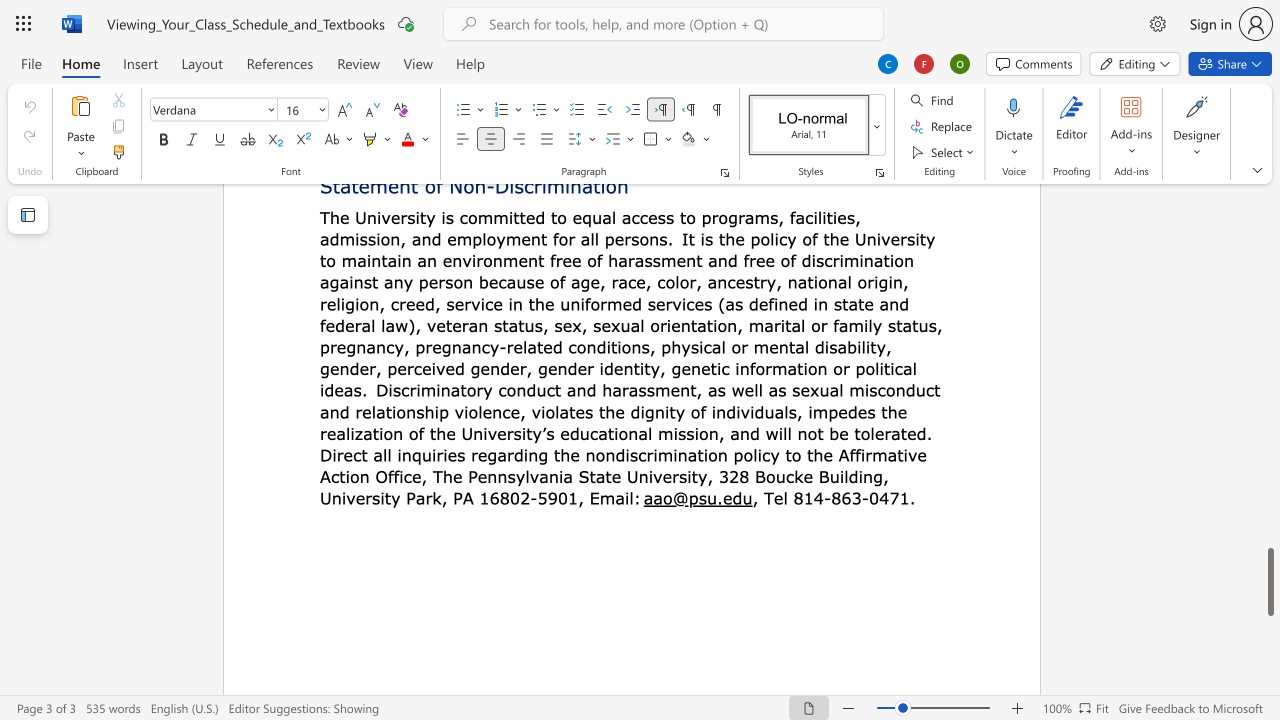 This screenshot has width=1280, height=720. Describe the element at coordinates (1269, 380) in the screenshot. I see `the scrollbar to slide the page up` at that location.